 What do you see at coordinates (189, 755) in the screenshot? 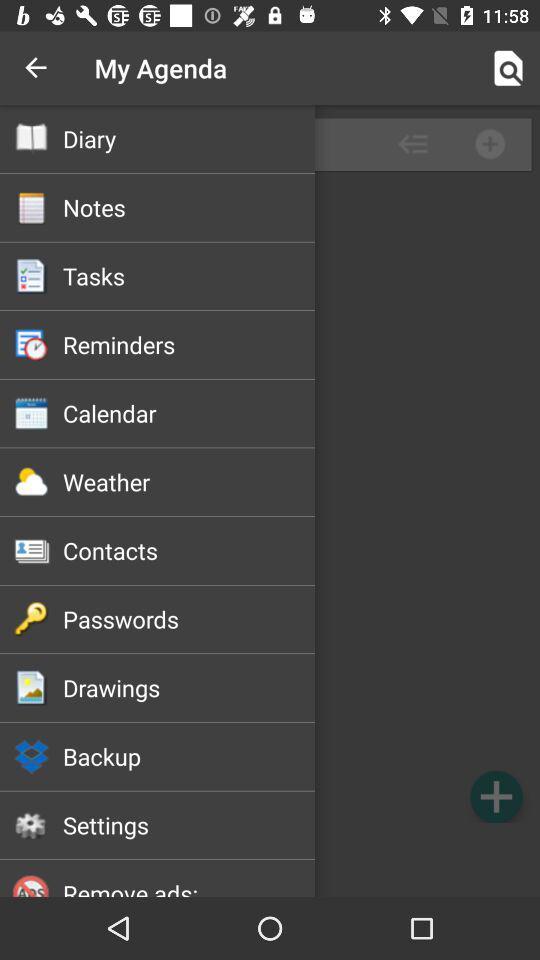
I see `the icon above the settings item` at bounding box center [189, 755].